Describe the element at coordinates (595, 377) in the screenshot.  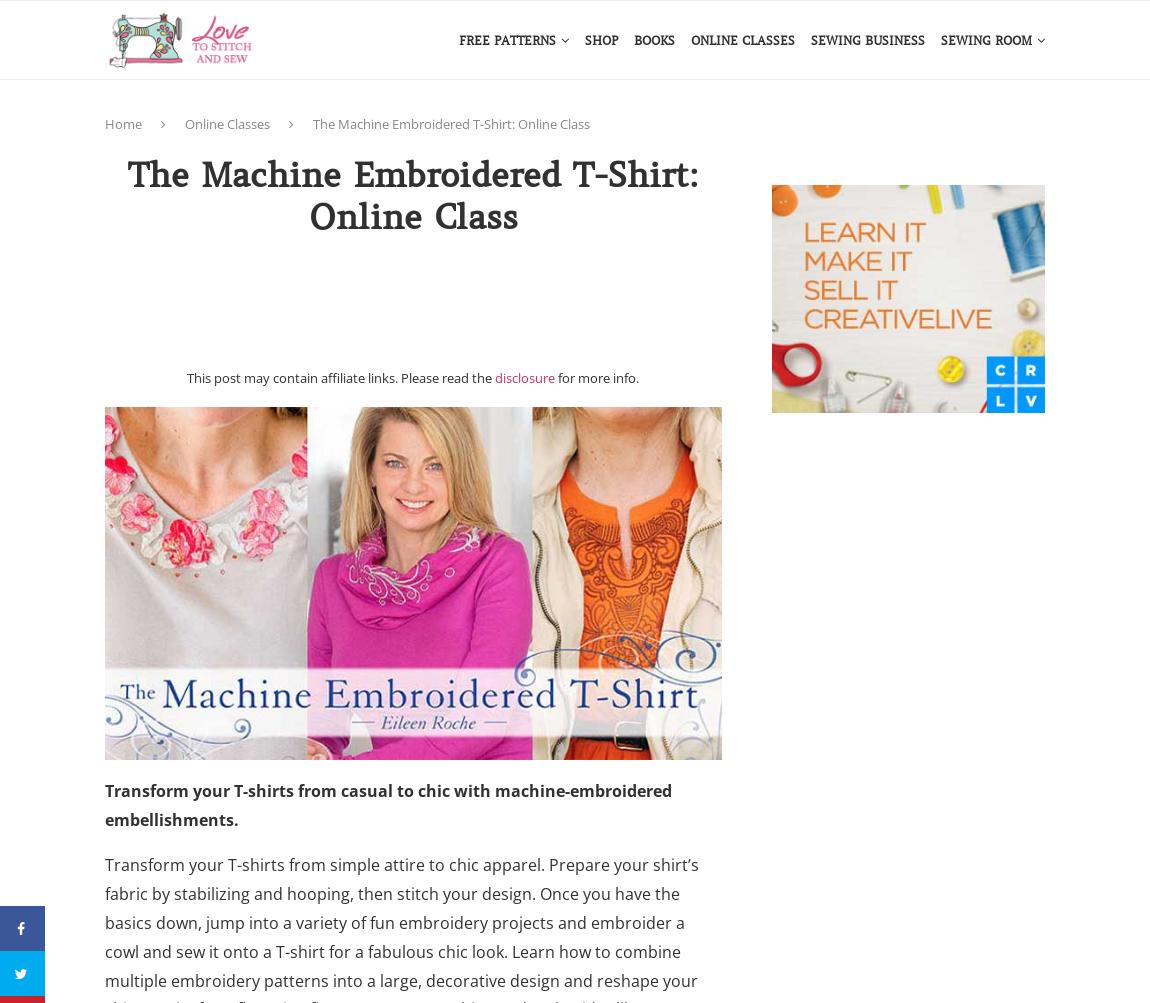
I see `'for more info.'` at that location.